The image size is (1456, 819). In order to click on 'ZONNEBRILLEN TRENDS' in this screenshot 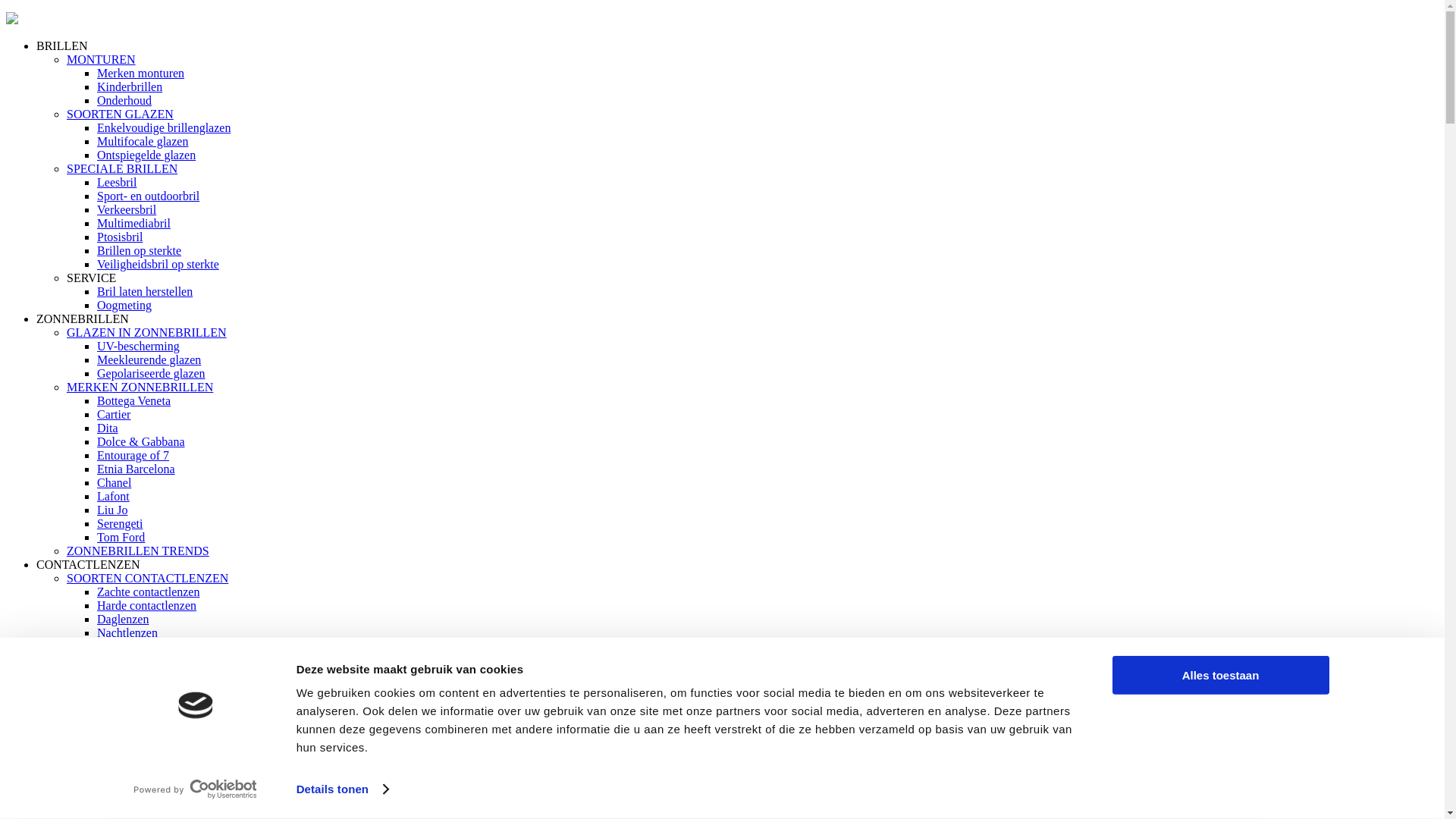, I will do `click(138, 551)`.